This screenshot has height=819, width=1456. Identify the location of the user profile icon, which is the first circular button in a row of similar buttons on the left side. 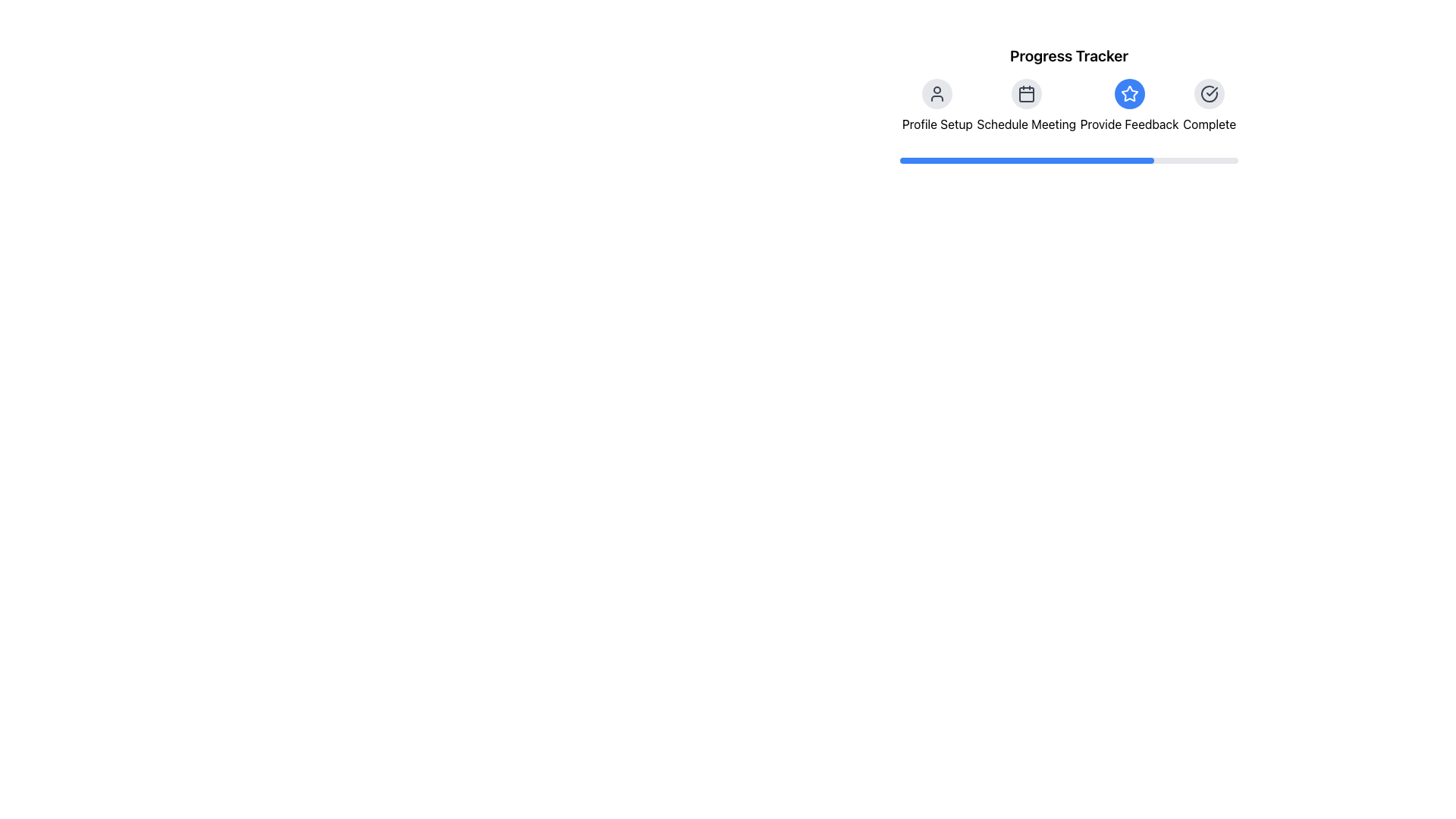
(937, 93).